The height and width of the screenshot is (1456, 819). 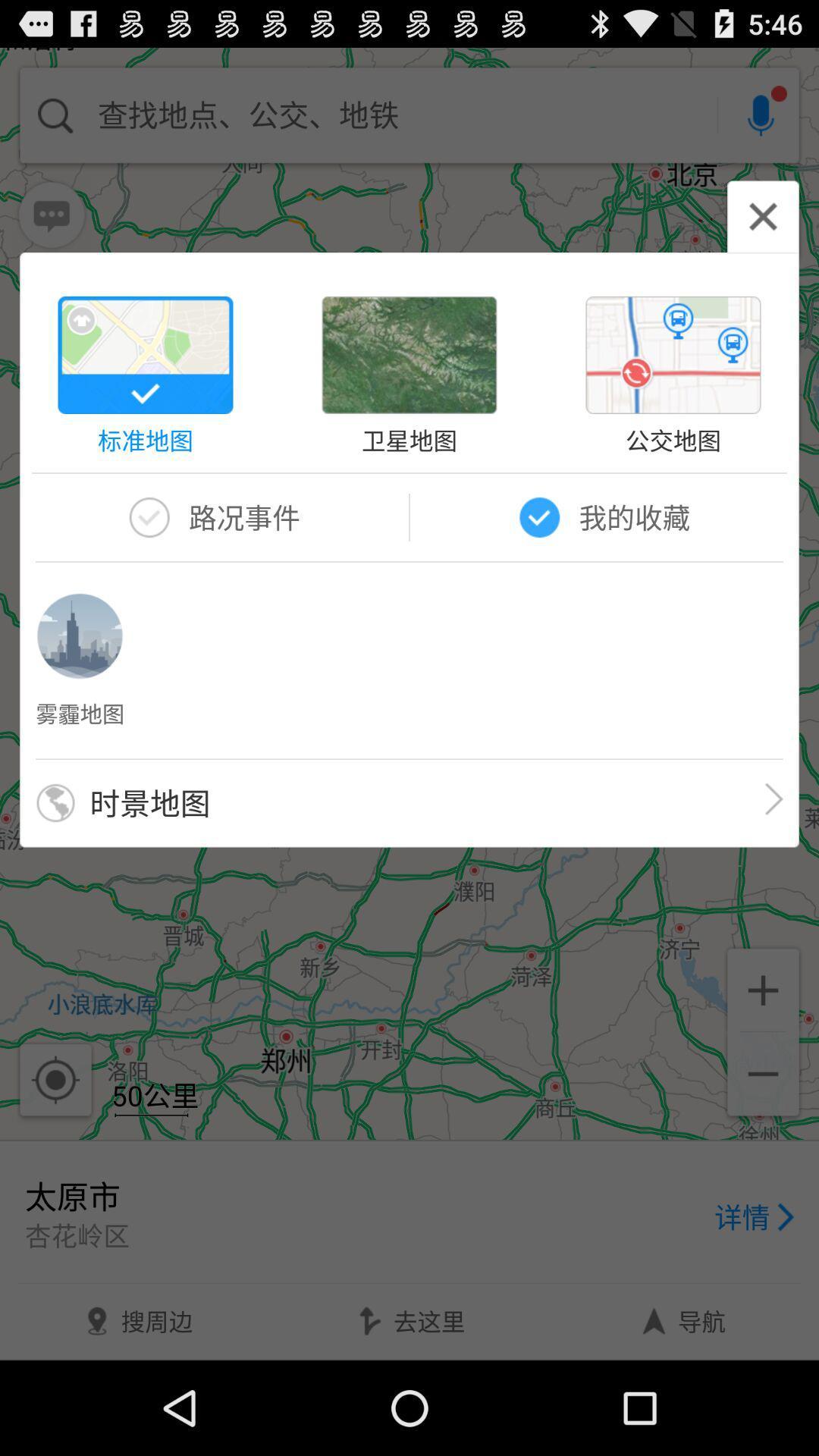 What do you see at coordinates (763, 231) in the screenshot?
I see `the close icon` at bounding box center [763, 231].